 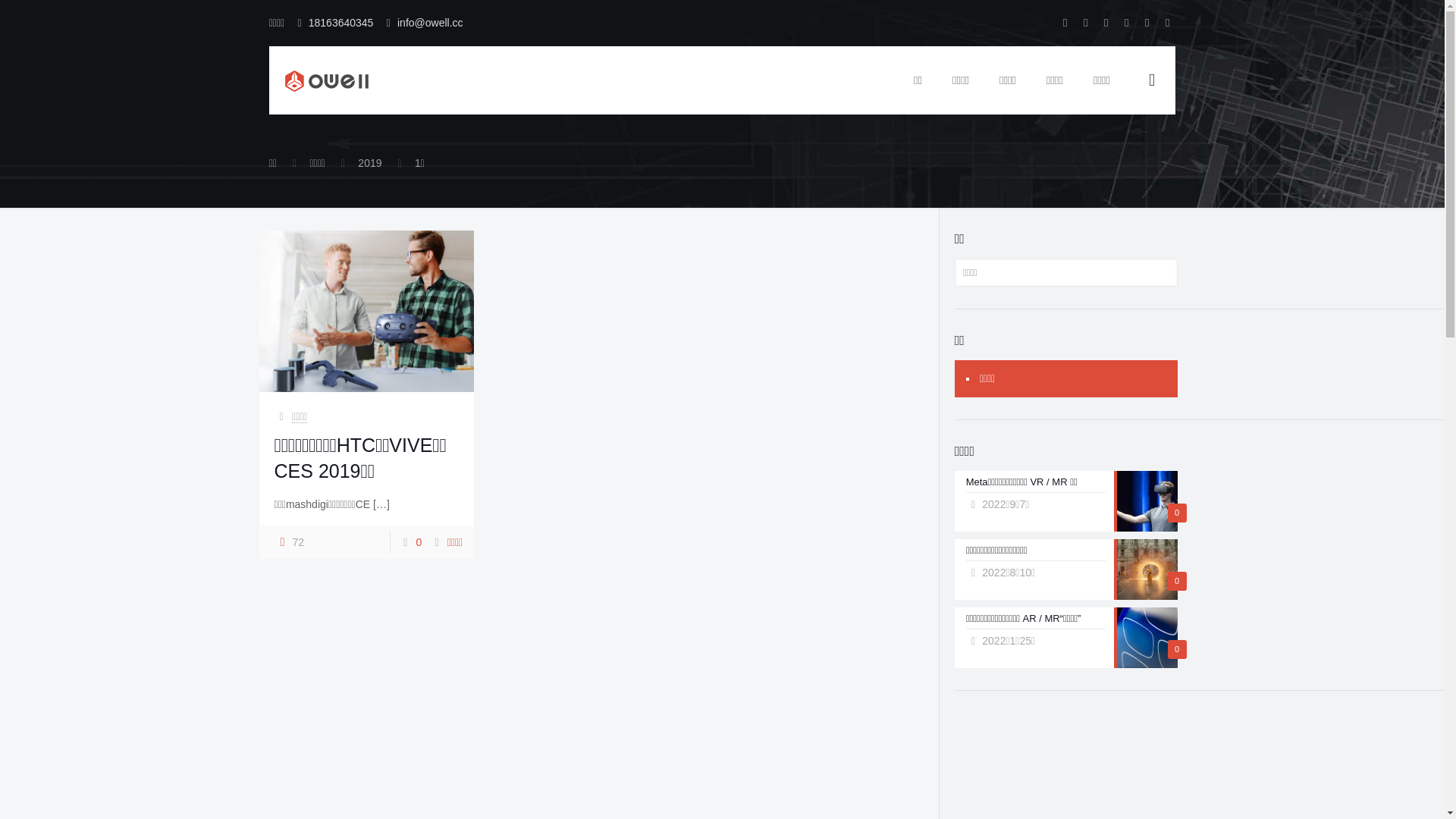 I want to click on '72', so click(x=290, y=541).